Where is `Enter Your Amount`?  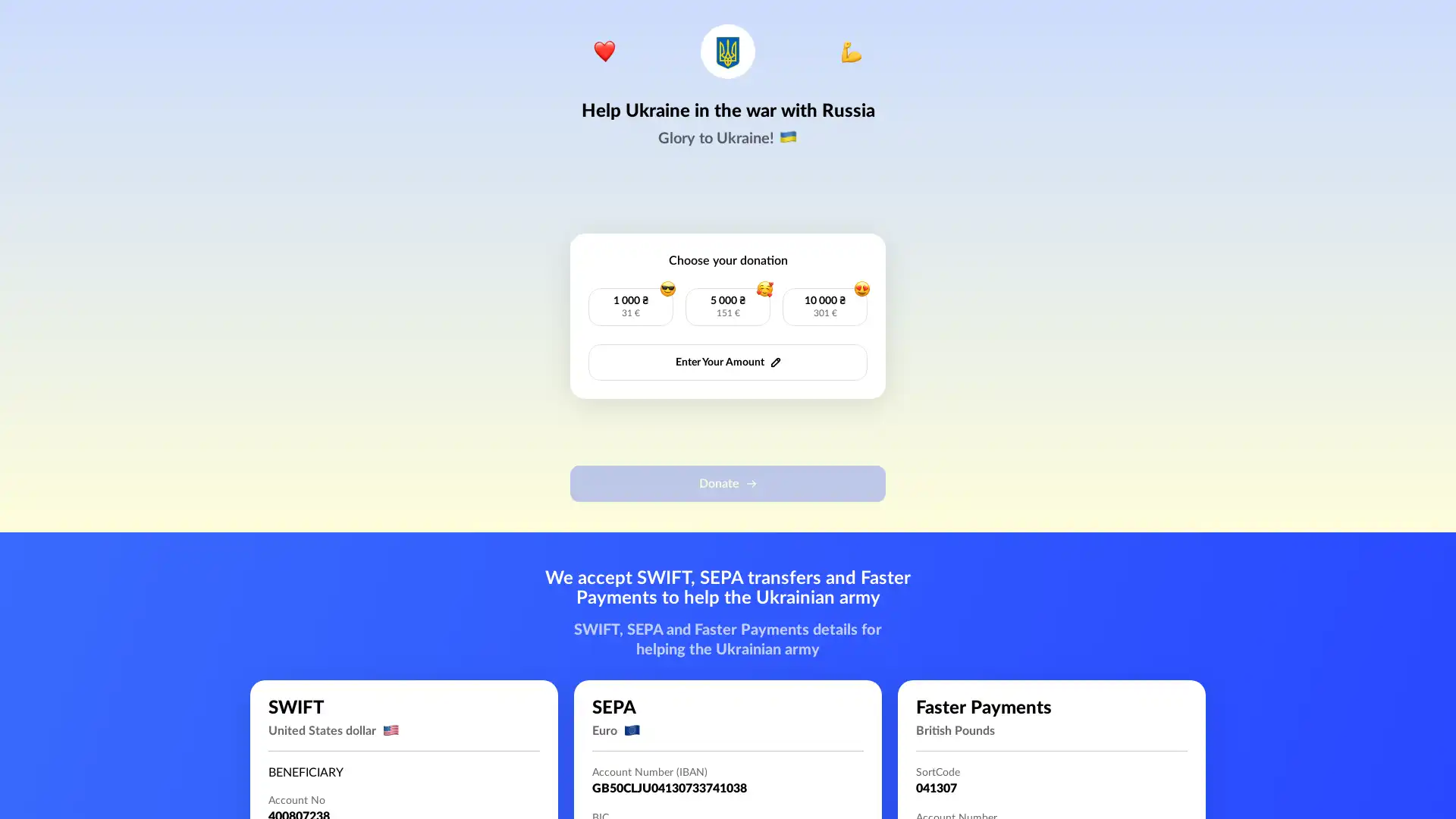 Enter Your Amount is located at coordinates (728, 362).